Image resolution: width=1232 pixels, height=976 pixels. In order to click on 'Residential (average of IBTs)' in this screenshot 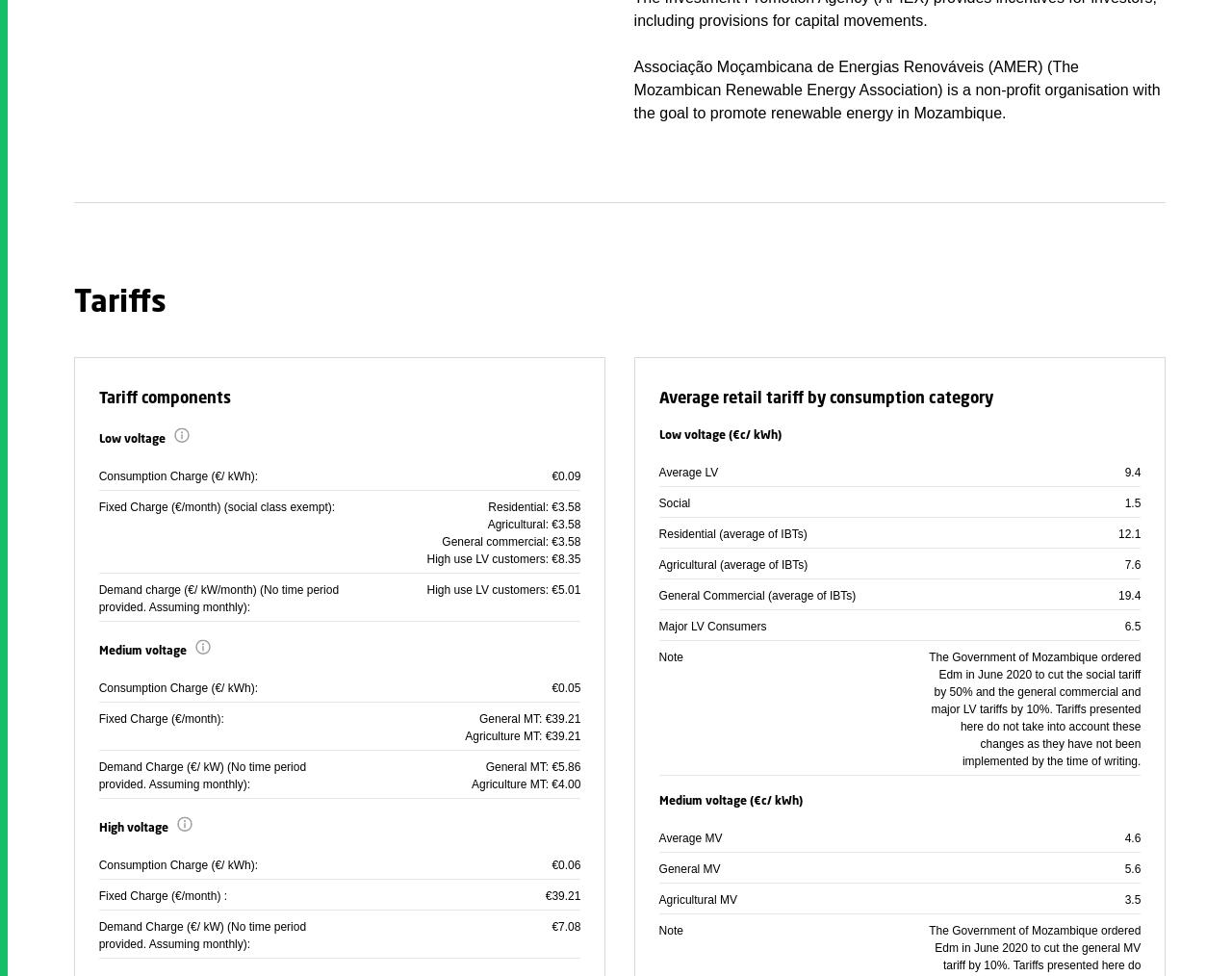, I will do `click(658, 532)`.